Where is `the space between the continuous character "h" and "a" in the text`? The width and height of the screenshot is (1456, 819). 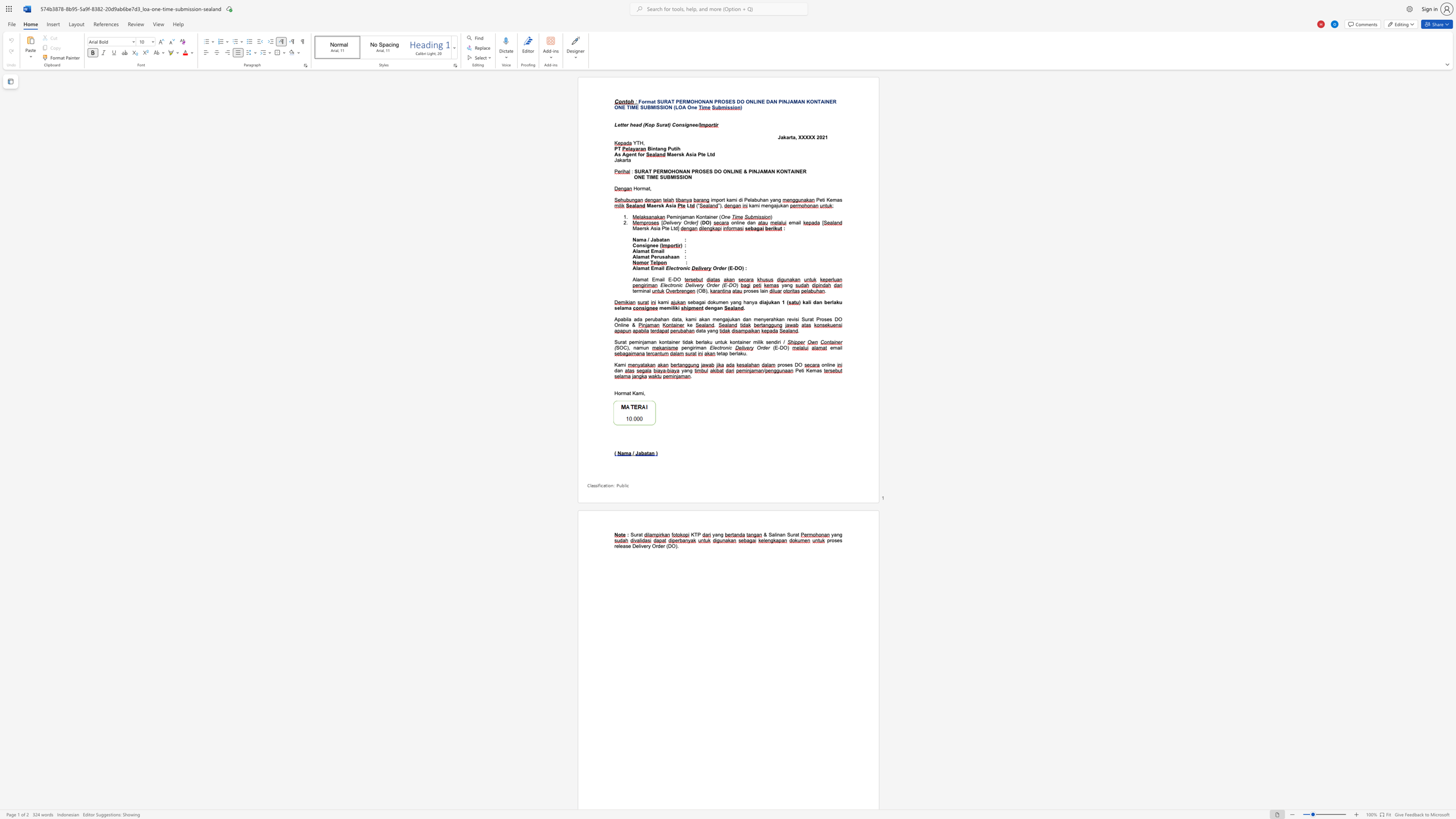 the space between the continuous character "h" and "a" in the text is located at coordinates (762, 200).